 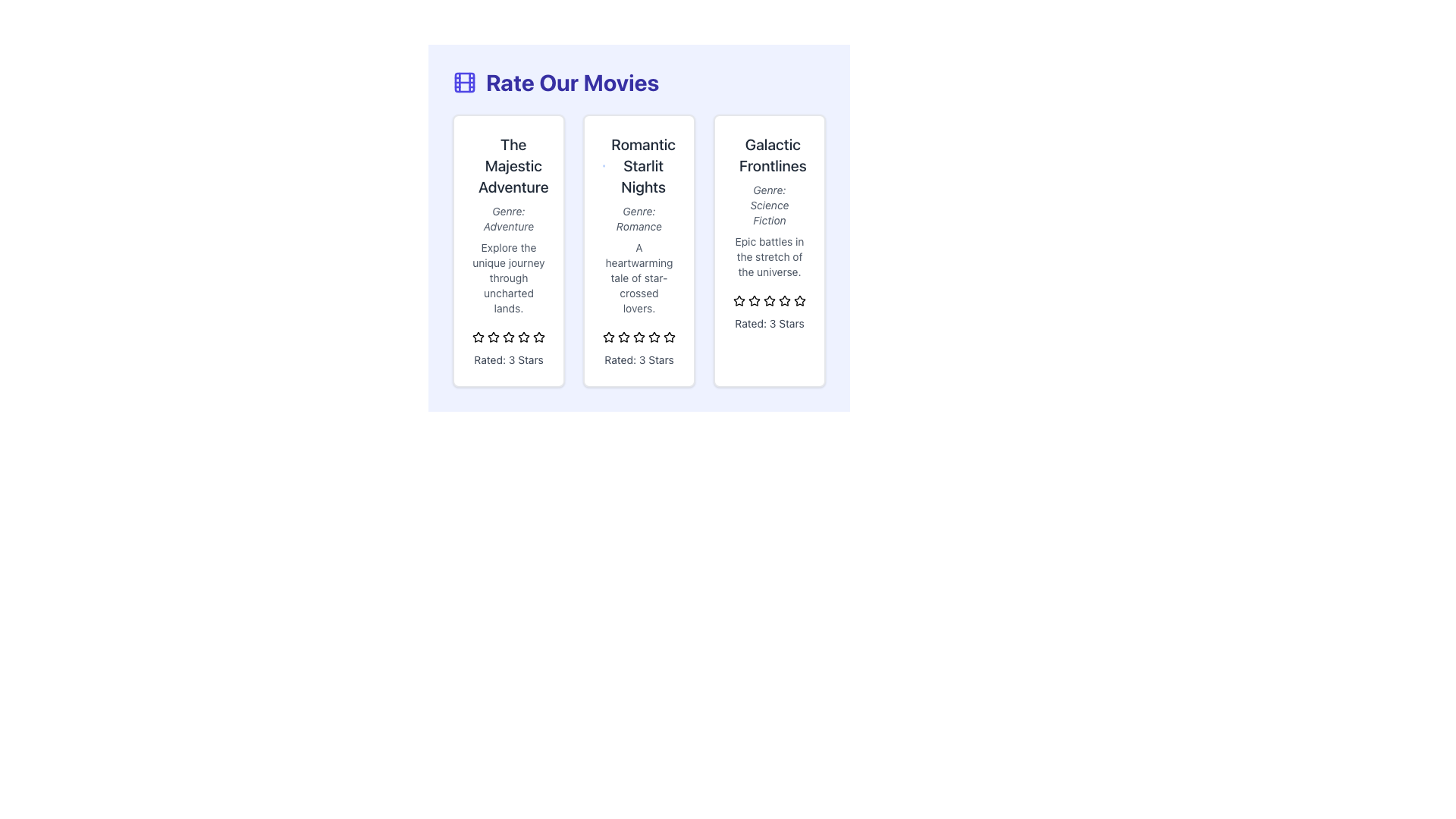 What do you see at coordinates (509, 278) in the screenshot?
I see `the static text providing descriptive information about the movie, located below 'Genre: Adventure' and above the rating stars in the first visual card` at bounding box center [509, 278].